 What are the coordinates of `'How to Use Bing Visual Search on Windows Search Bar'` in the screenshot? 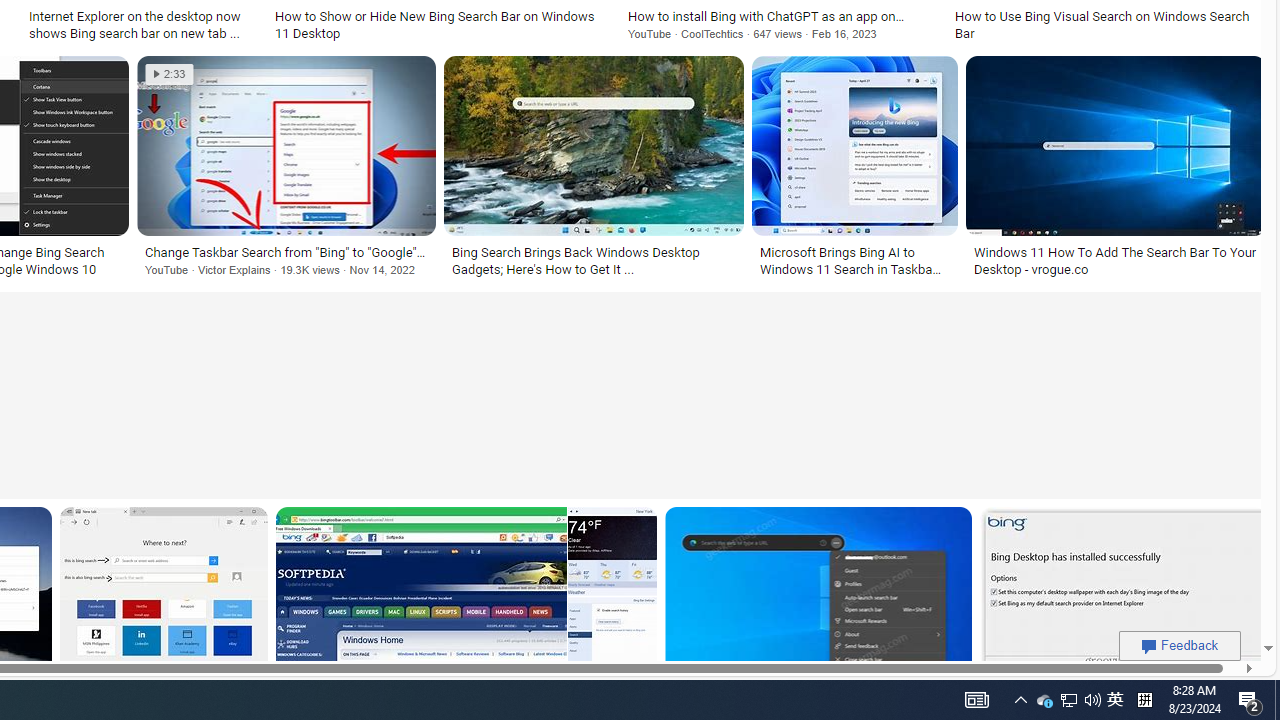 It's located at (1105, 24).